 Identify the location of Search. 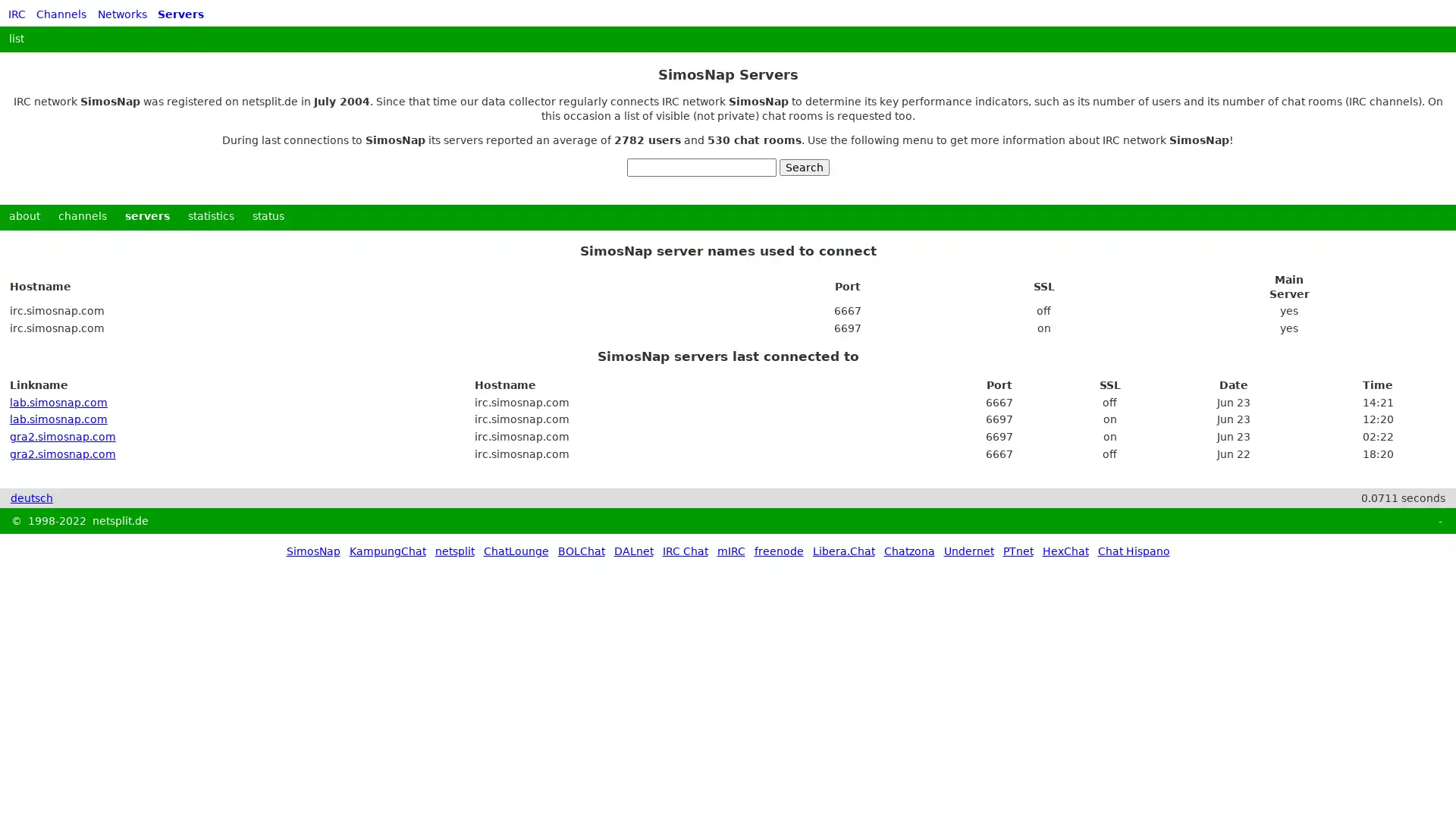
(803, 166).